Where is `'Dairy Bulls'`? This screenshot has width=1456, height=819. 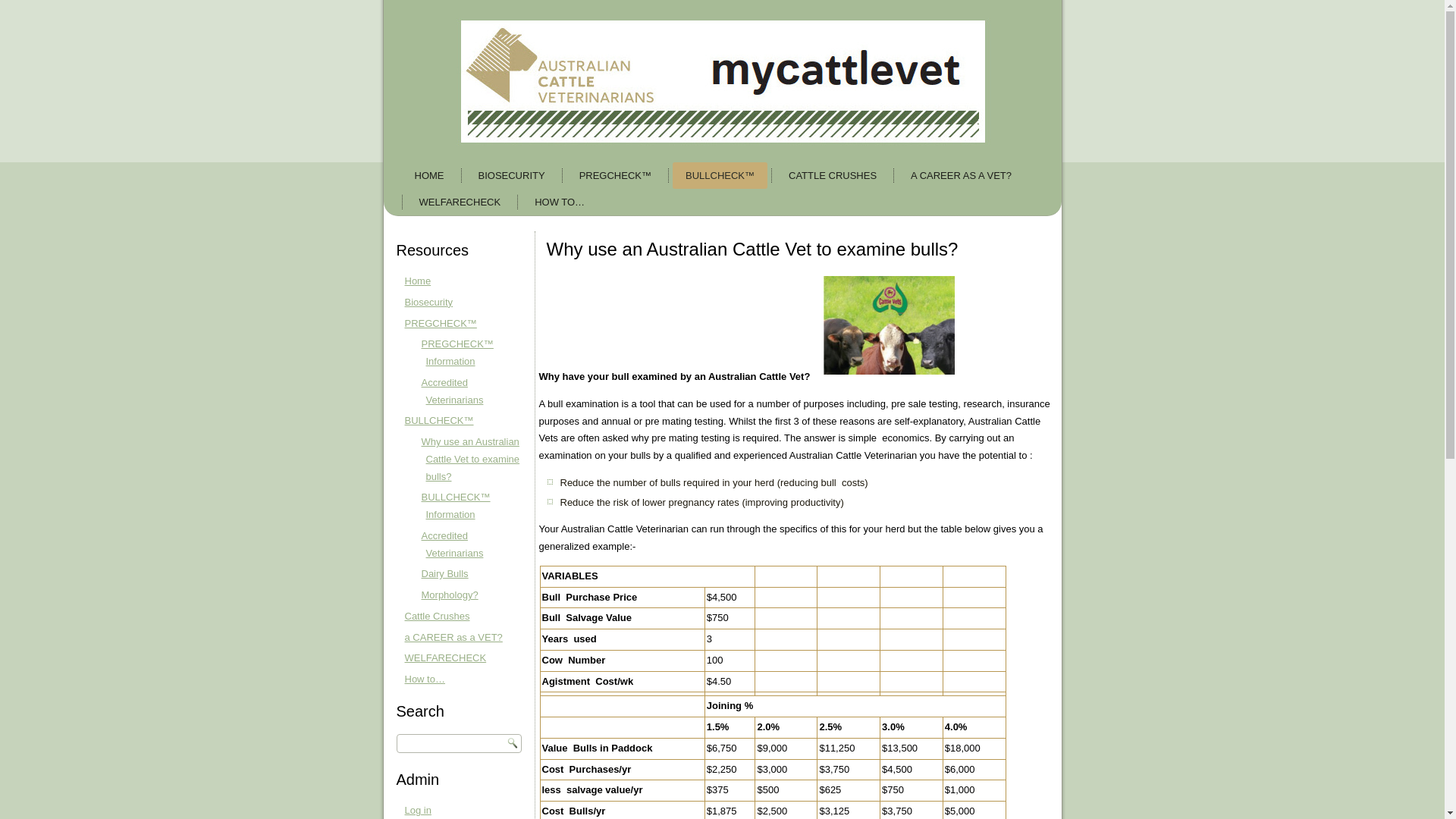 'Dairy Bulls' is located at coordinates (444, 573).